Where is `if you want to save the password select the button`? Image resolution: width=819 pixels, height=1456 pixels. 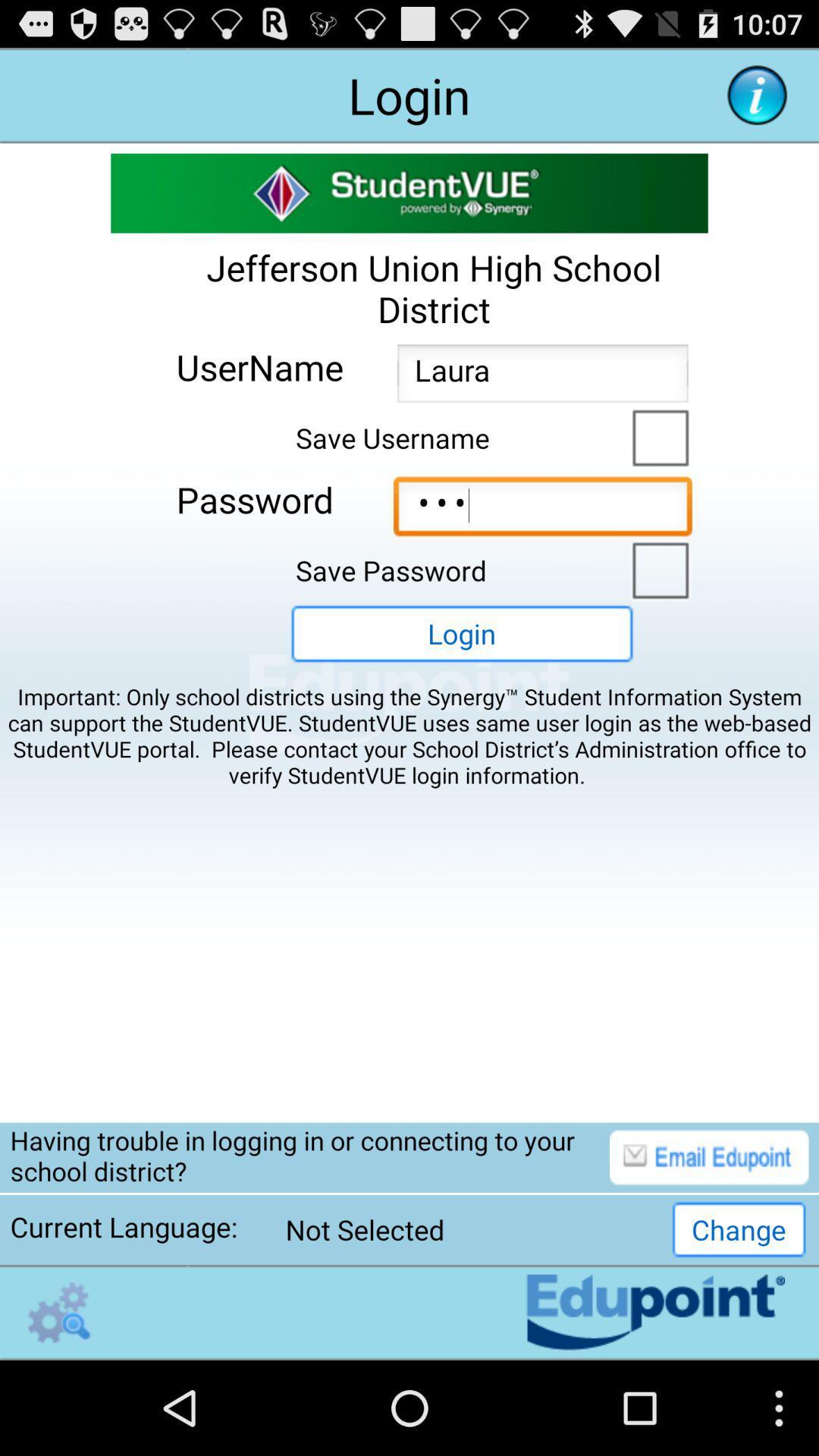 if you want to save the password select the button is located at coordinates (656, 568).